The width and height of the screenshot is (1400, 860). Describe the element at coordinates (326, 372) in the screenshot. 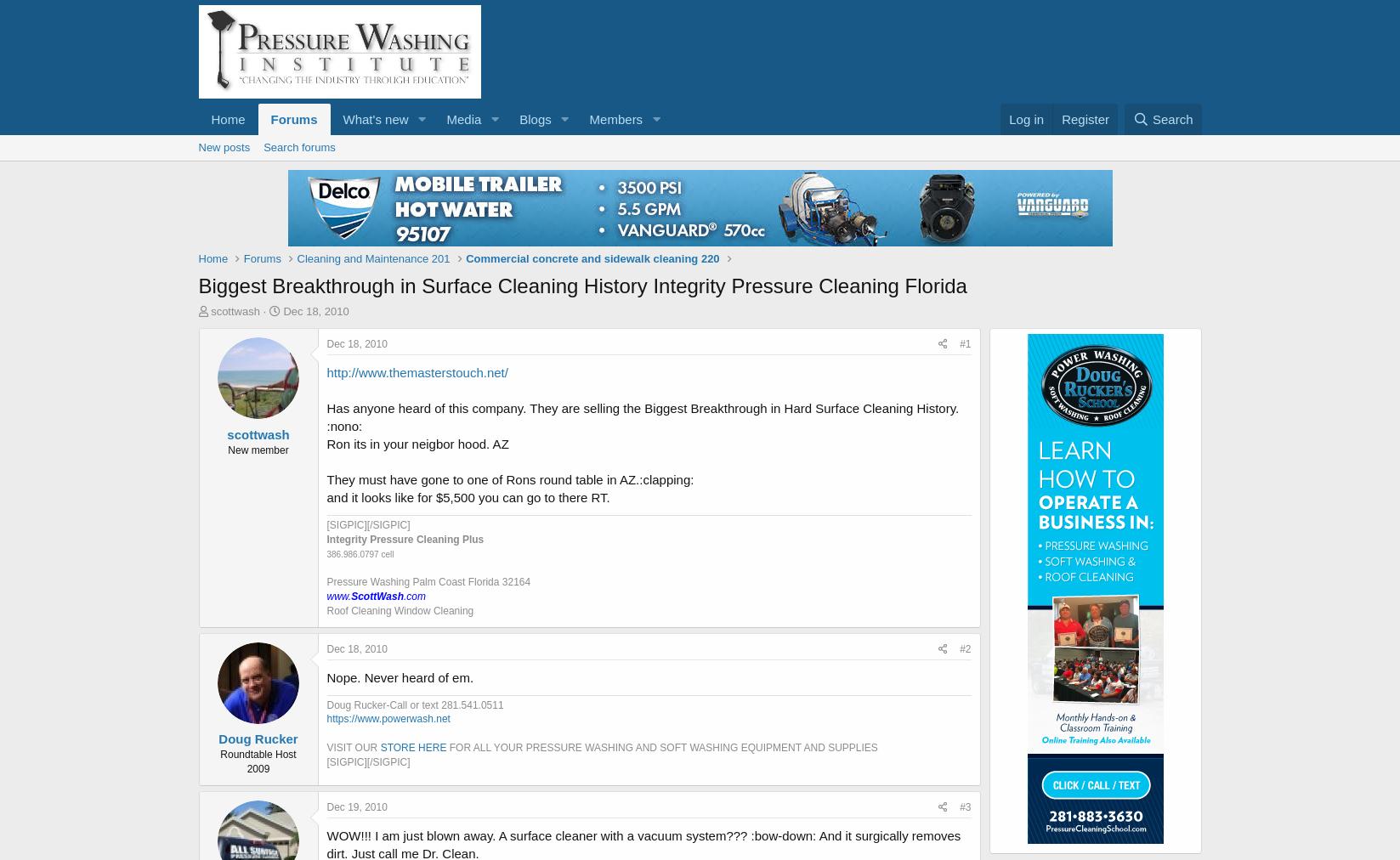

I see `'http://www.themasterstouch.net/'` at that location.